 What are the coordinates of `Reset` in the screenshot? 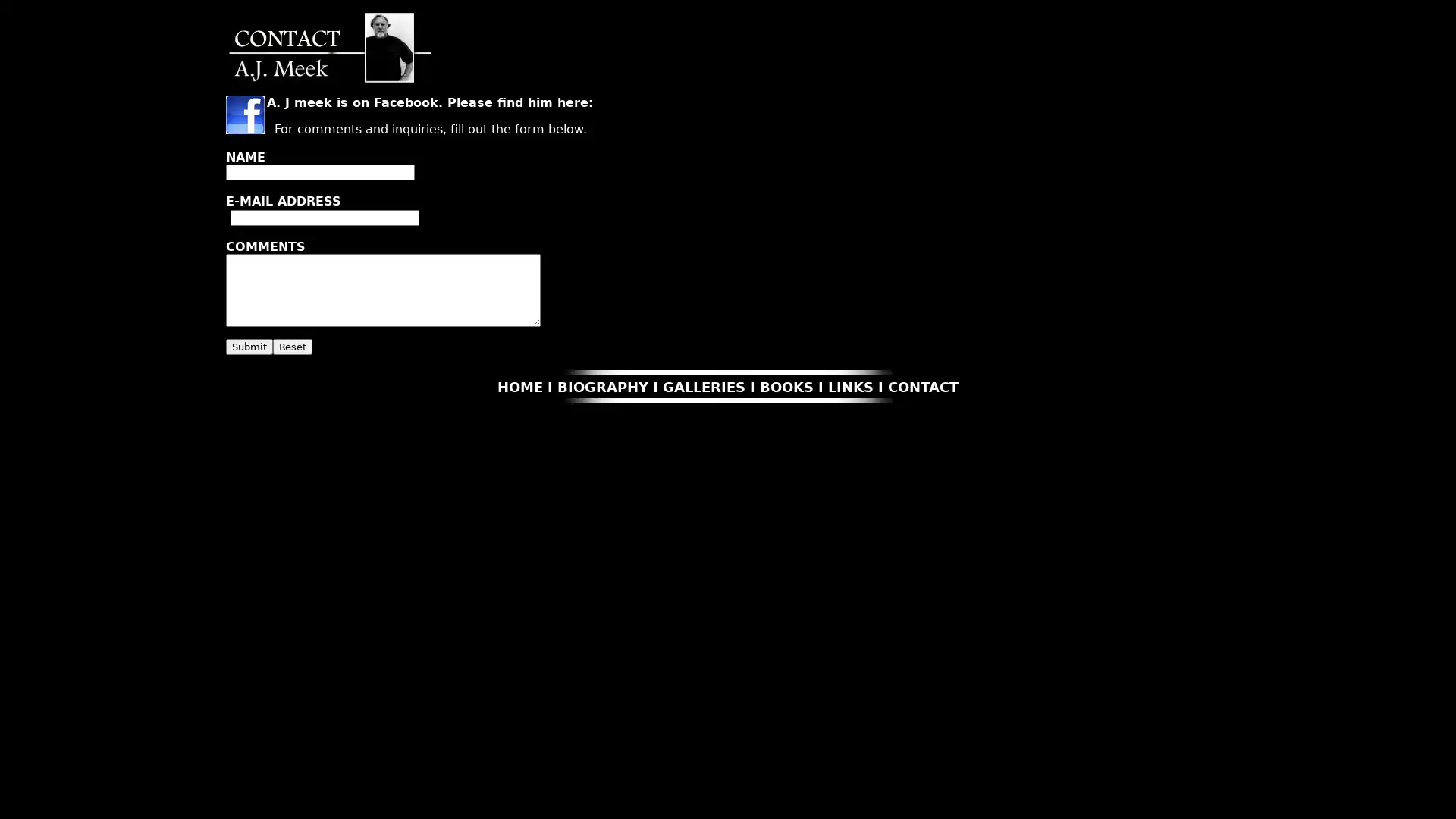 It's located at (291, 347).